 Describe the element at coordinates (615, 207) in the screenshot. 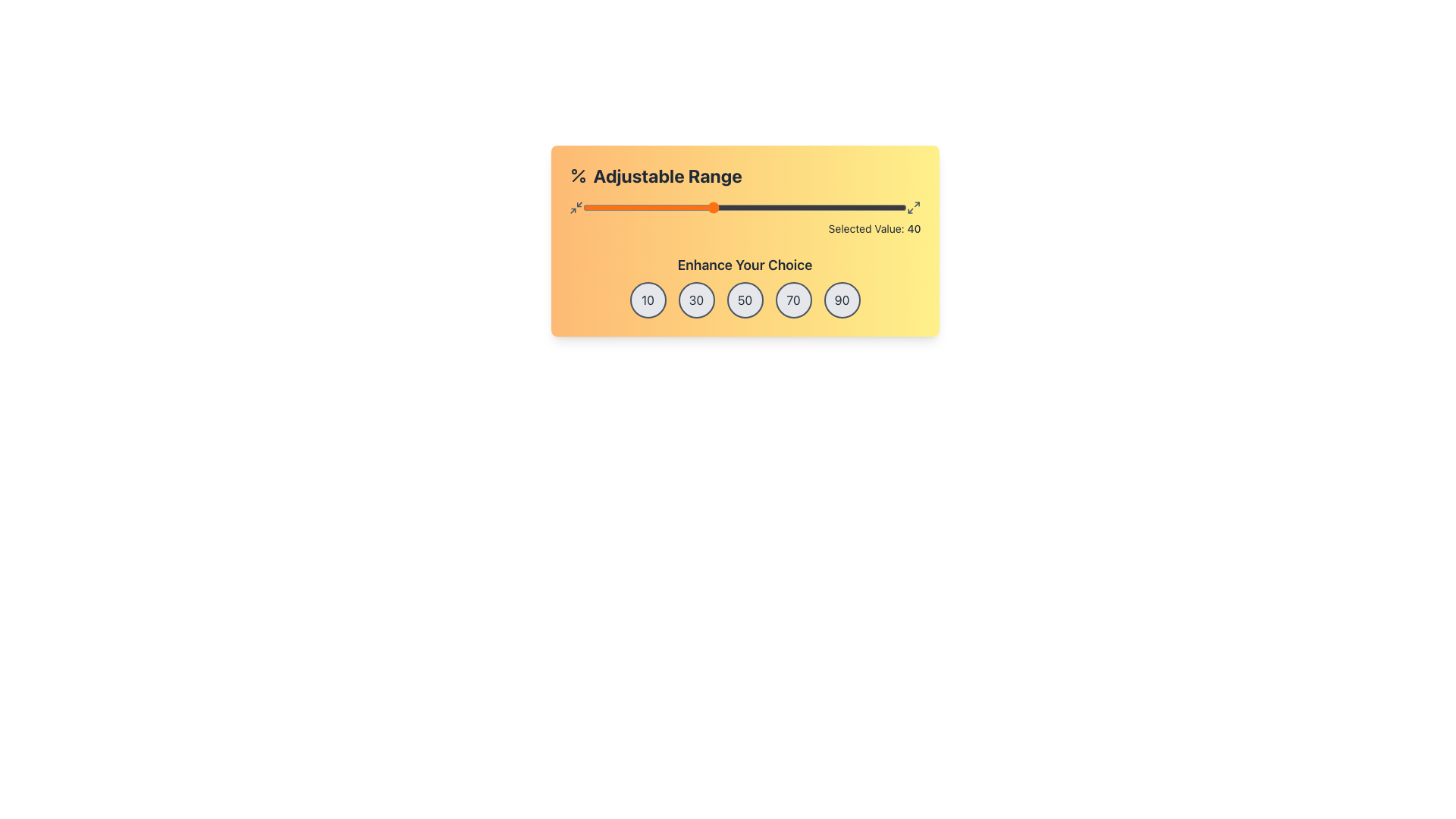

I see `the percentage` at that location.